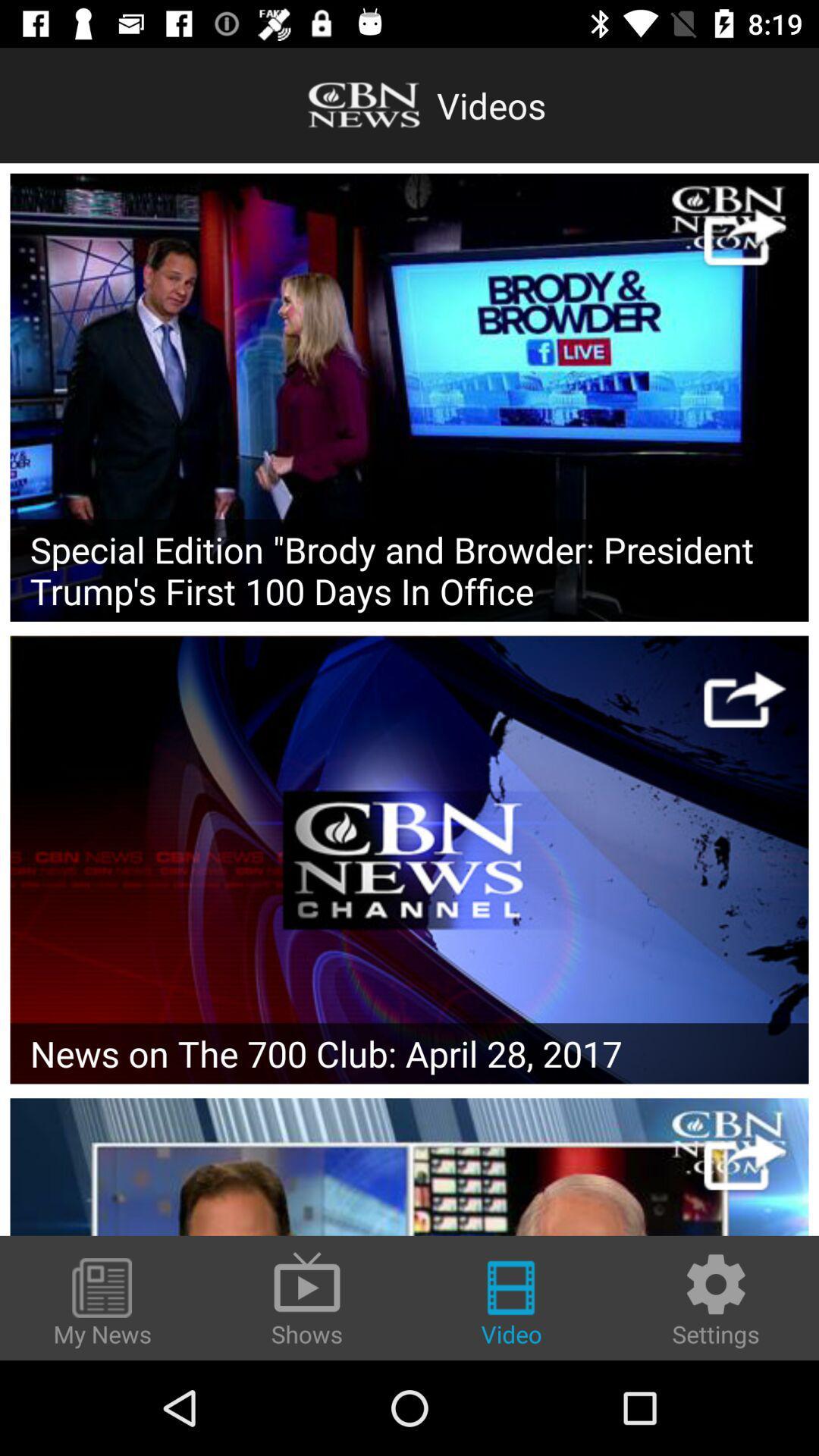 Image resolution: width=819 pixels, height=1456 pixels. I want to click on channel, so click(409, 1166).